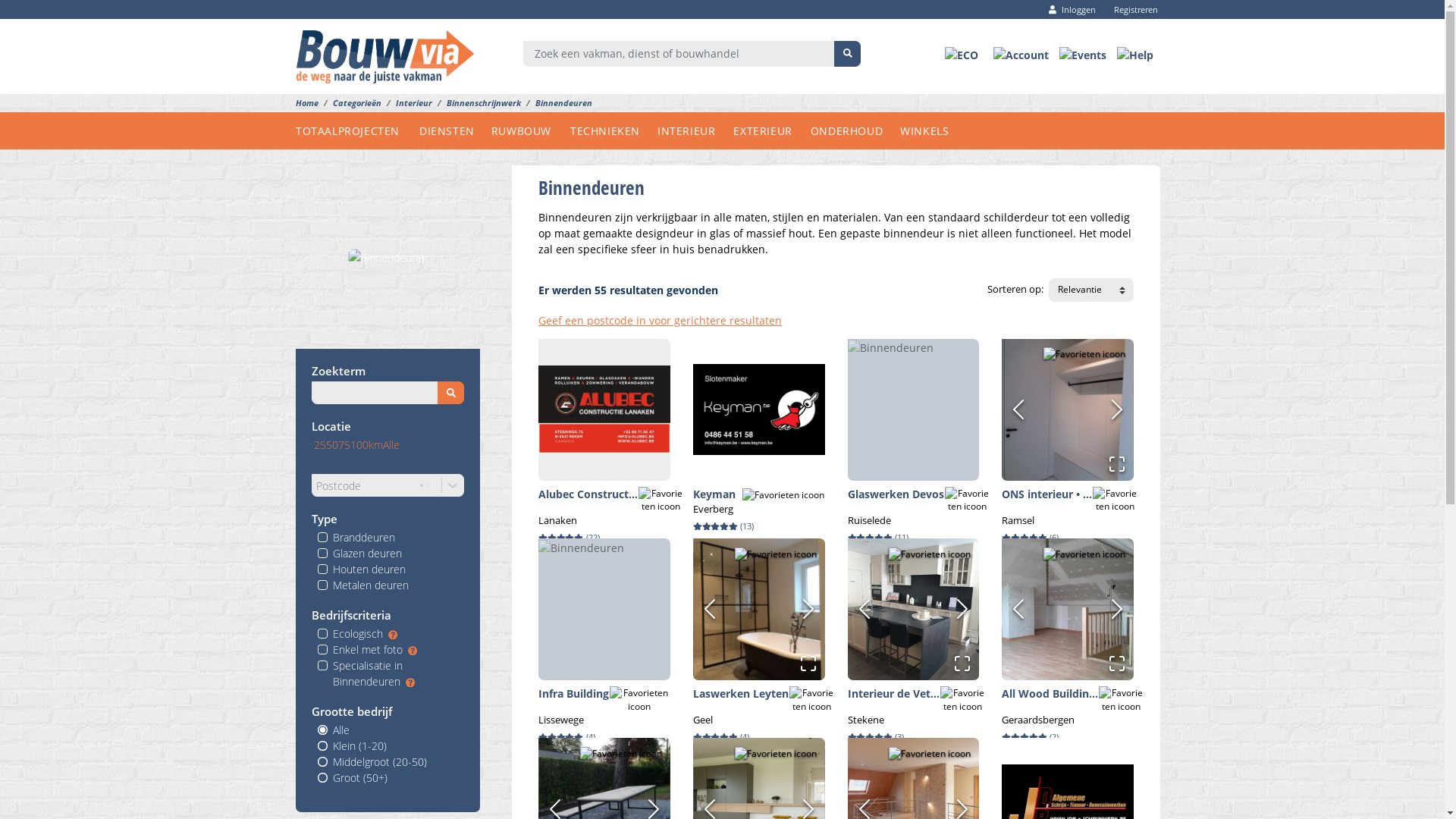 This screenshot has height=819, width=1456. Describe the element at coordinates (613, 130) in the screenshot. I see `'TECHNIEKEN'` at that location.